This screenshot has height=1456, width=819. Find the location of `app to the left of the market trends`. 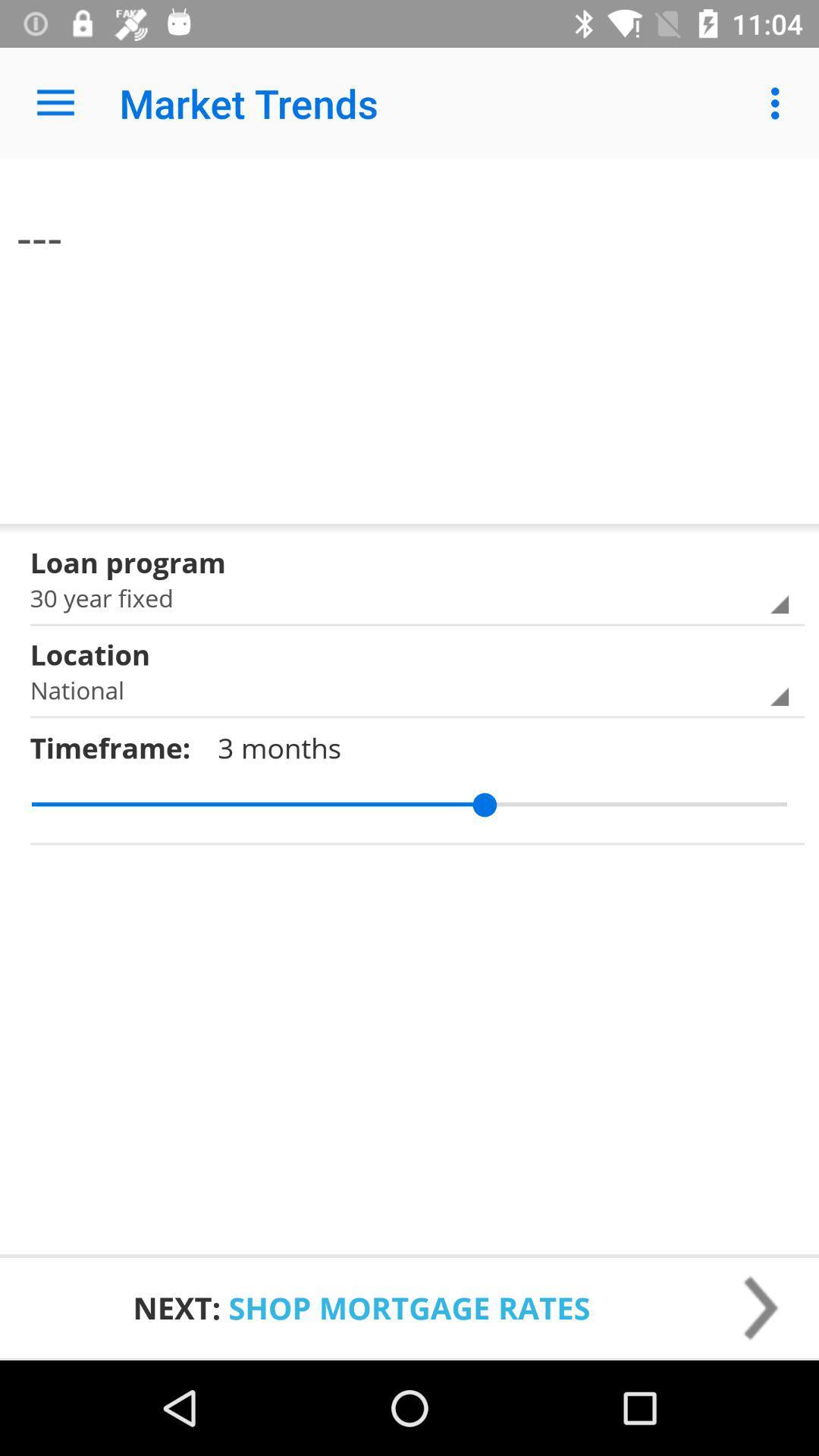

app to the left of the market trends is located at coordinates (55, 102).